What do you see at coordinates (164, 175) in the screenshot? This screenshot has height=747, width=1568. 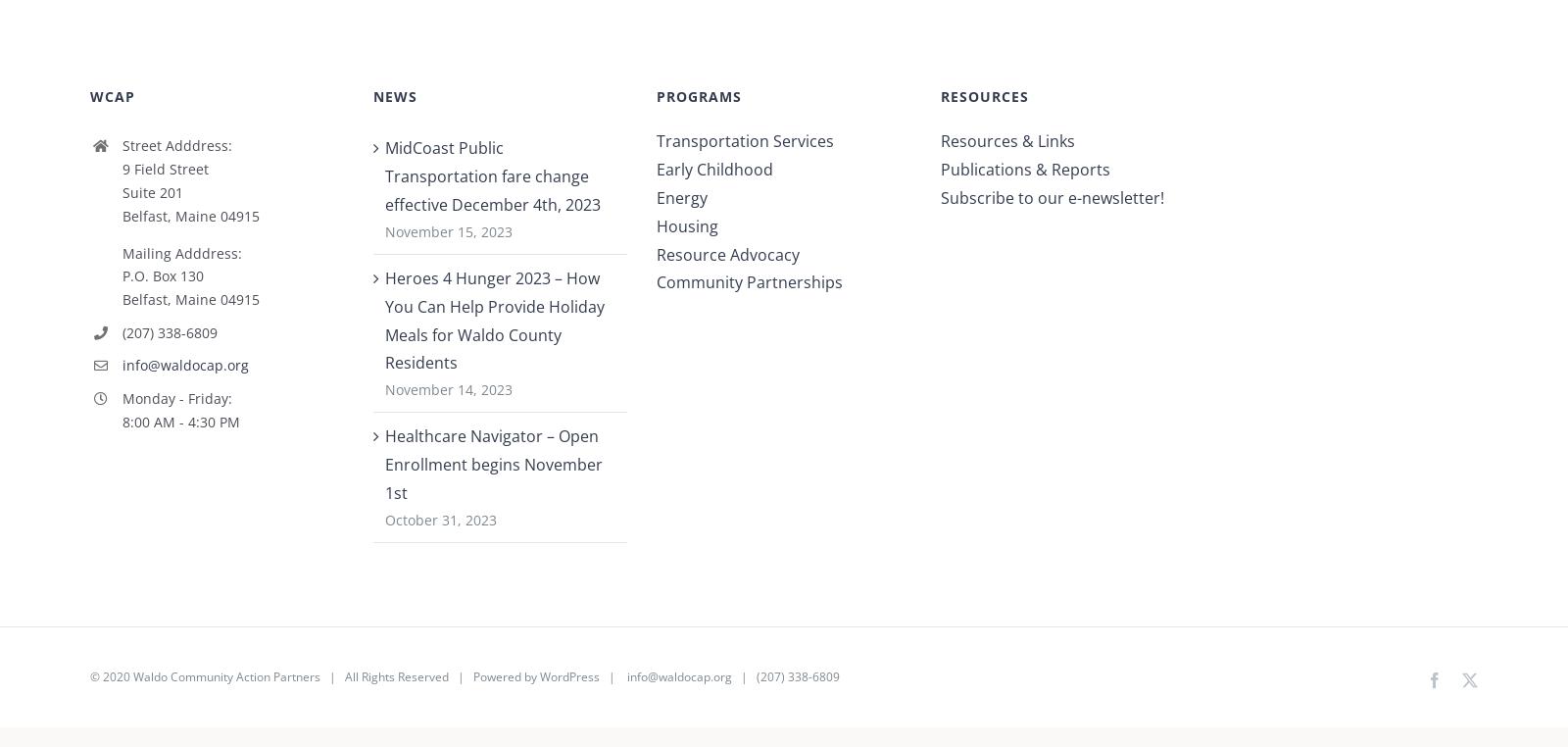 I see `'9 Field Street'` at bounding box center [164, 175].